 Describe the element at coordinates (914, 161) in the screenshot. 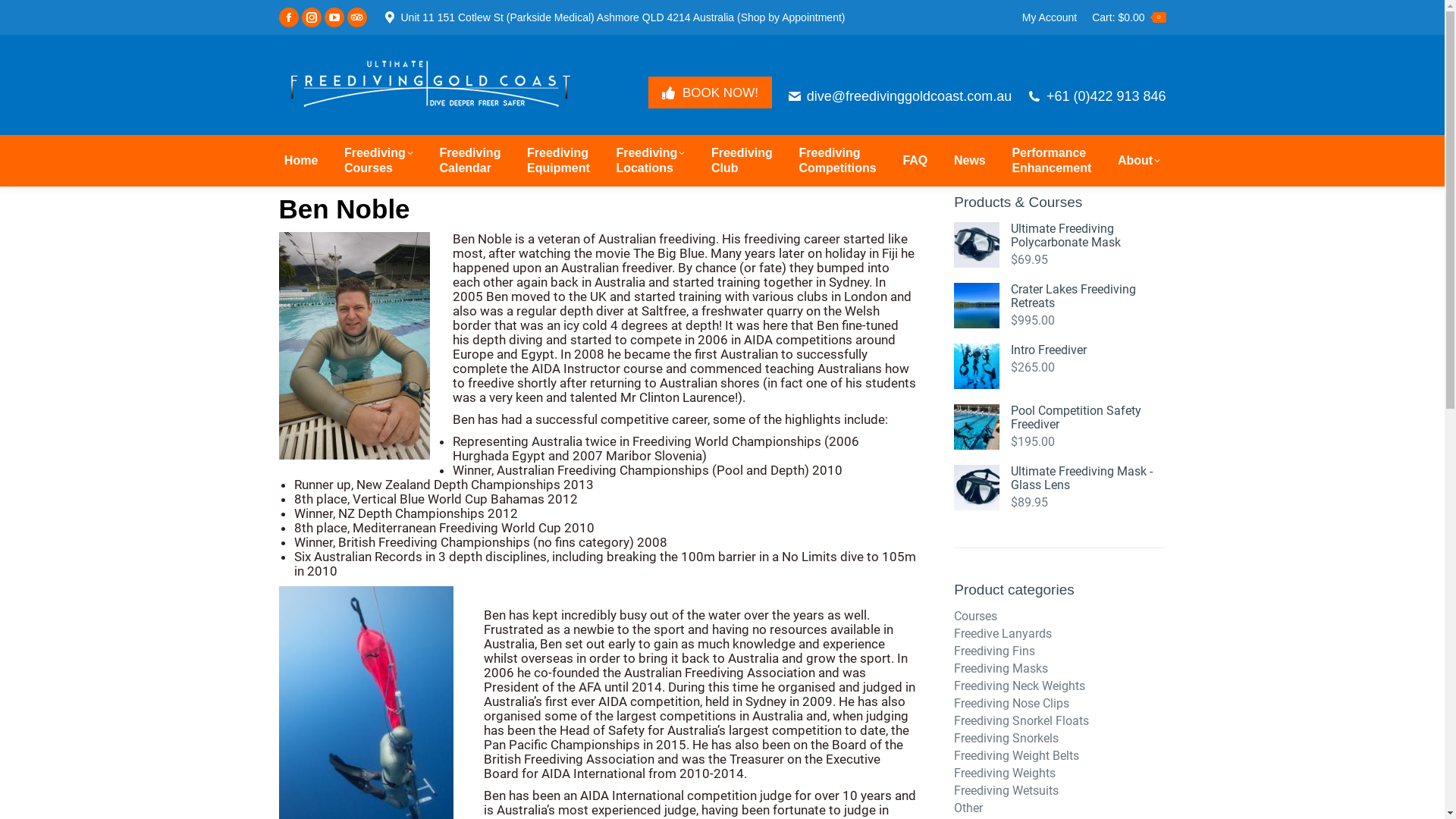

I see `'FAQ'` at that location.